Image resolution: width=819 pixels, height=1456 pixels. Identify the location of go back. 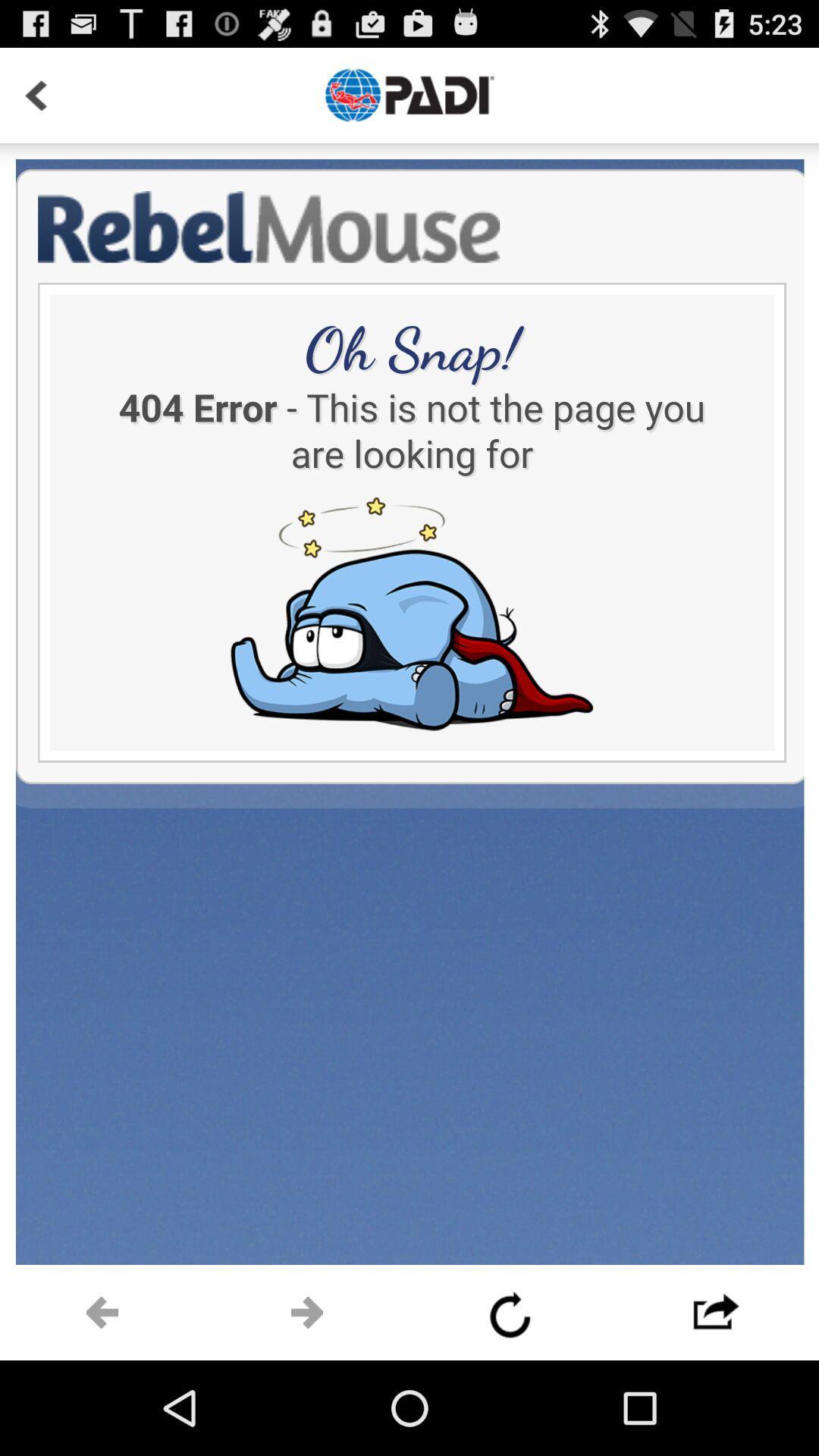
(35, 94).